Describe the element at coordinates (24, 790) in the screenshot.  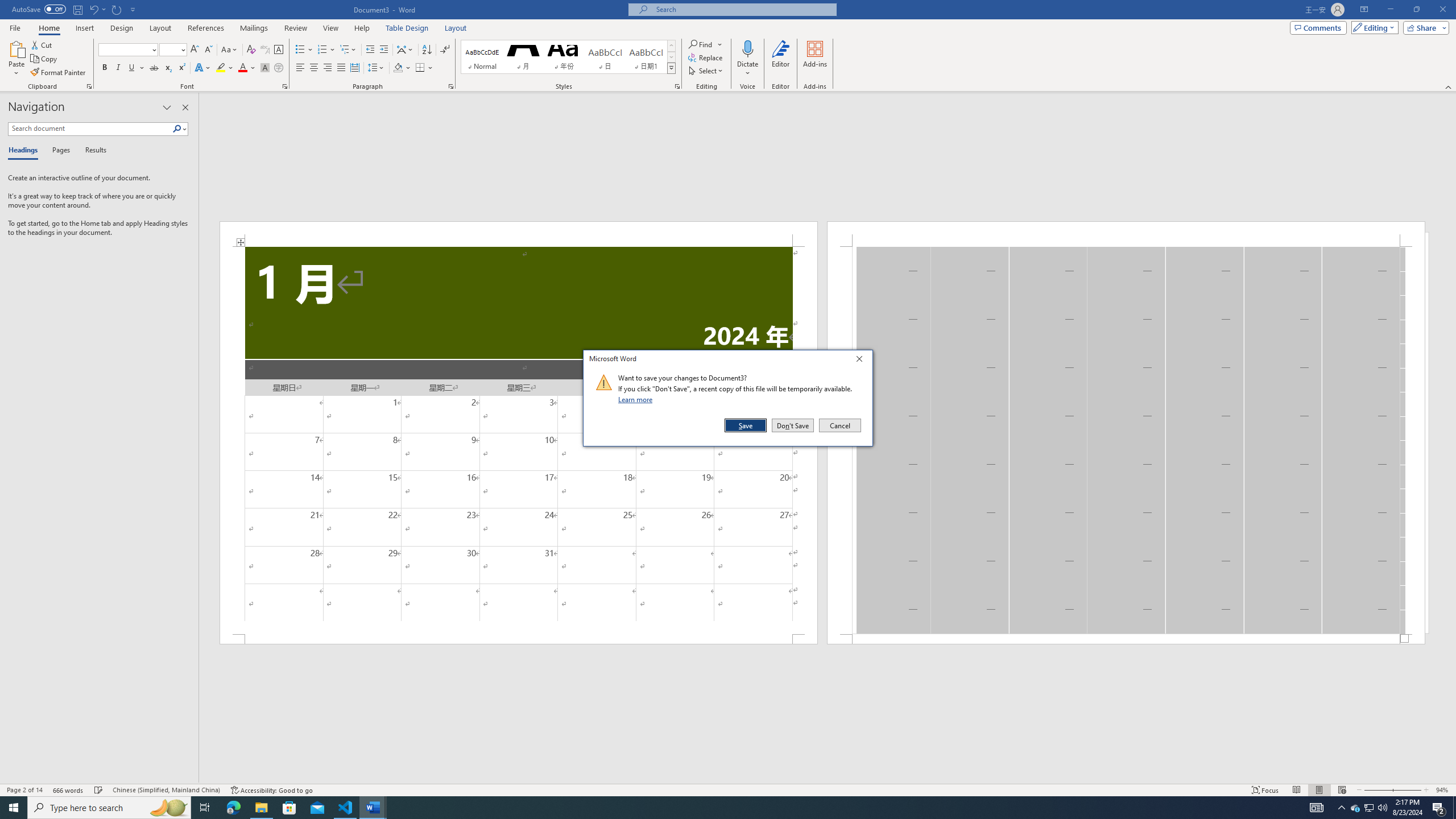
I see `'Page Number Page 2 of 14'` at that location.